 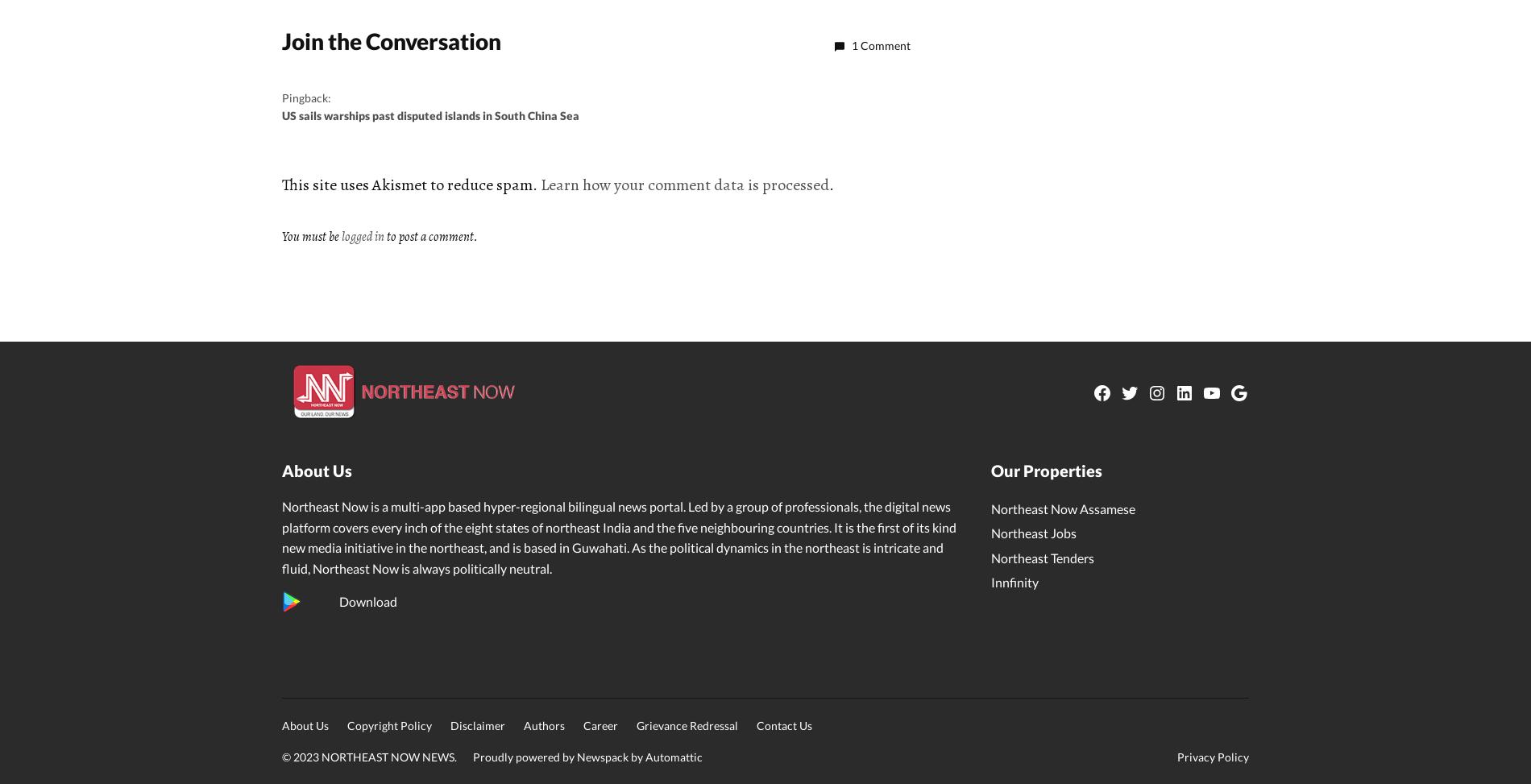 What do you see at coordinates (392, 40) in the screenshot?
I see `'Join the Conversation'` at bounding box center [392, 40].